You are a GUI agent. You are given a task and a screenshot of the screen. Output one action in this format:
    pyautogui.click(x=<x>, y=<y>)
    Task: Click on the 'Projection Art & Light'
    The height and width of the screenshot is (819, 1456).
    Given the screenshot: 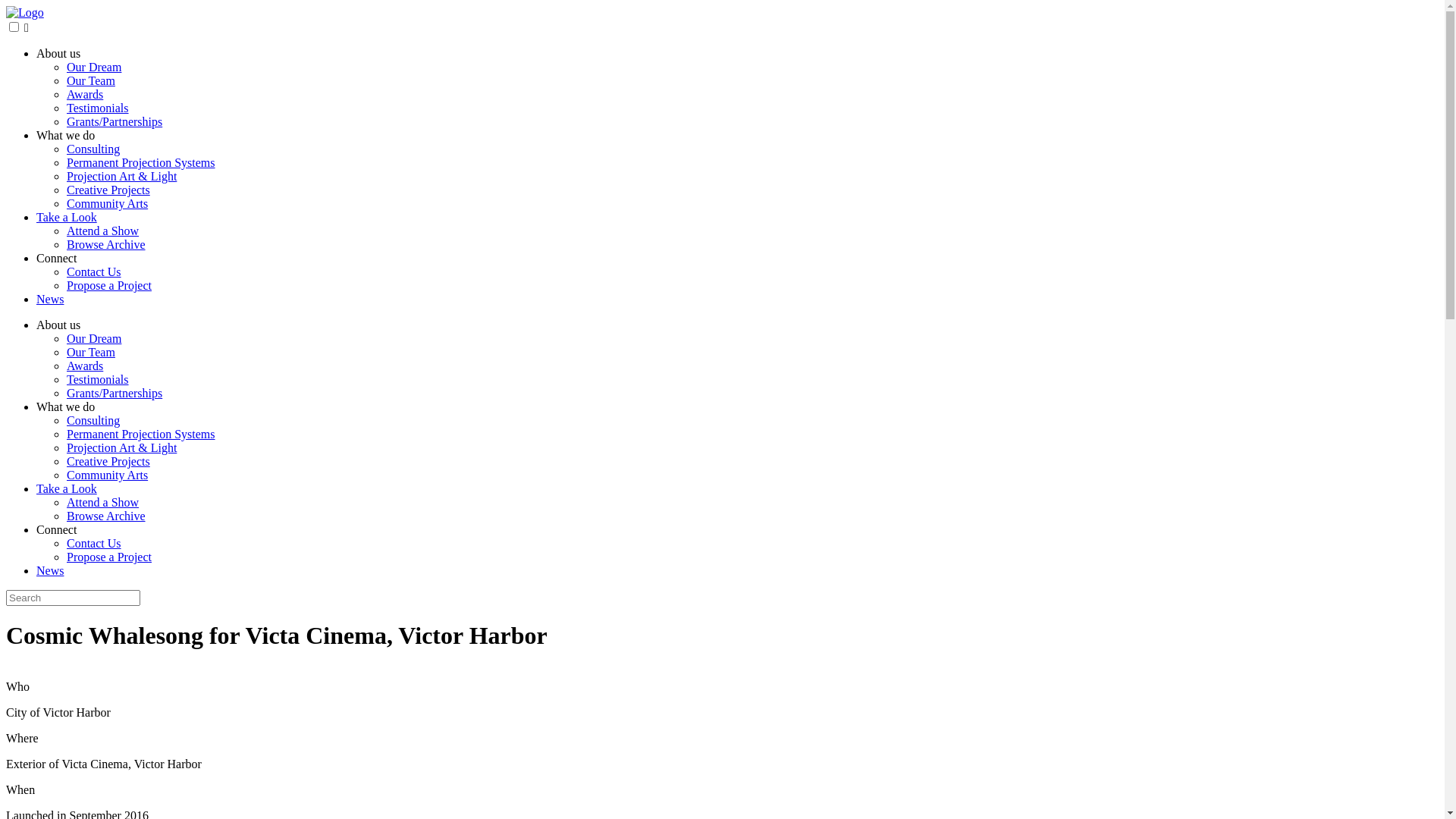 What is the action you would take?
    pyautogui.click(x=121, y=447)
    